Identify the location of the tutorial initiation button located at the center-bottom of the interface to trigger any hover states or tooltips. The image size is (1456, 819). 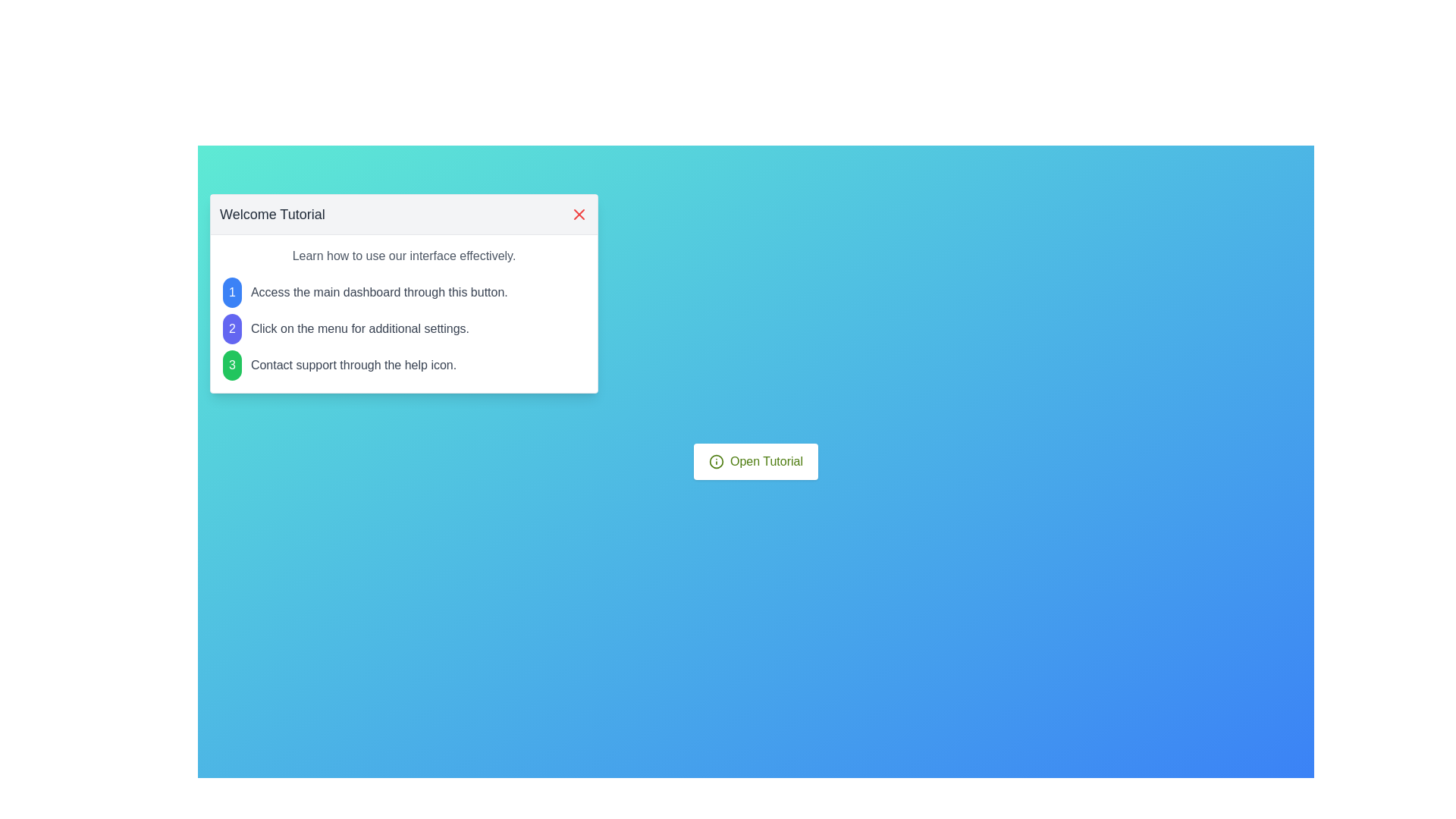
(756, 461).